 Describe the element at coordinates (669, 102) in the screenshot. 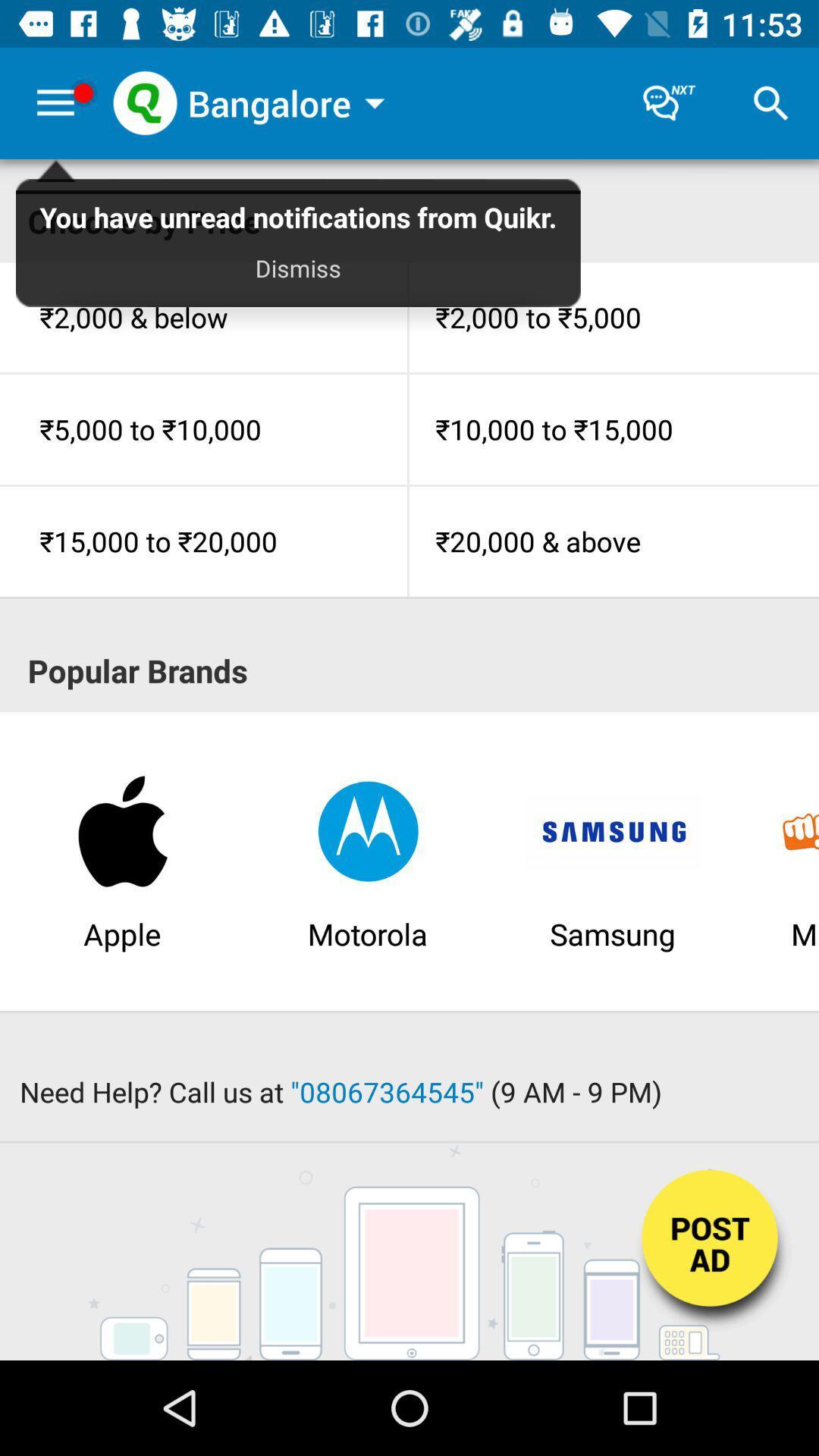

I see `message inbox` at that location.